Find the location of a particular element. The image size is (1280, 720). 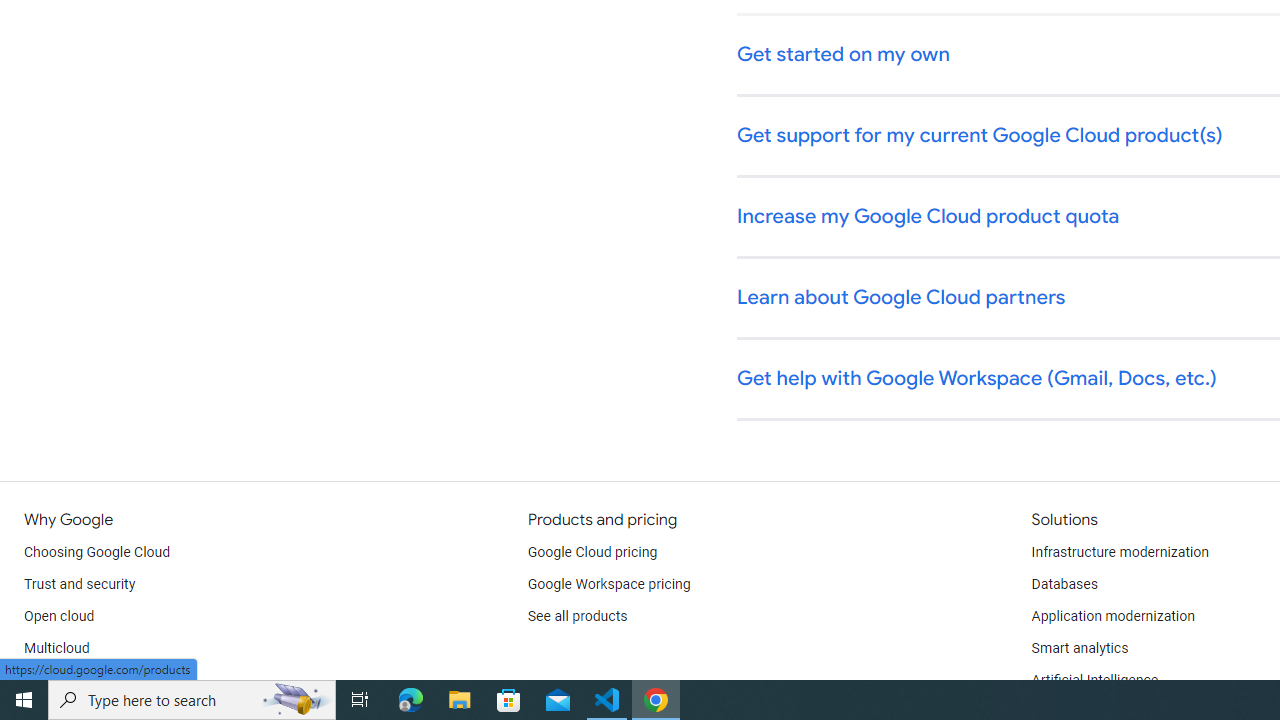

'Choosing Google Cloud' is located at coordinates (96, 552).